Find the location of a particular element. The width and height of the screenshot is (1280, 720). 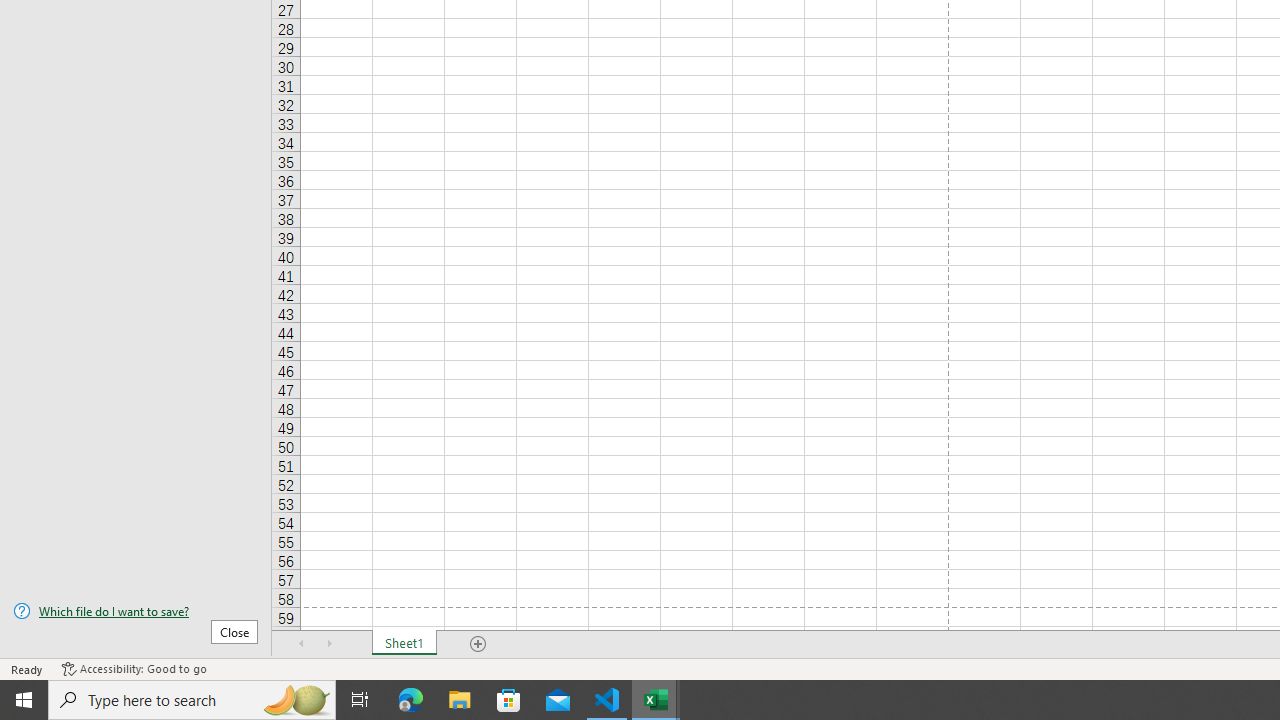

'Start' is located at coordinates (24, 698).